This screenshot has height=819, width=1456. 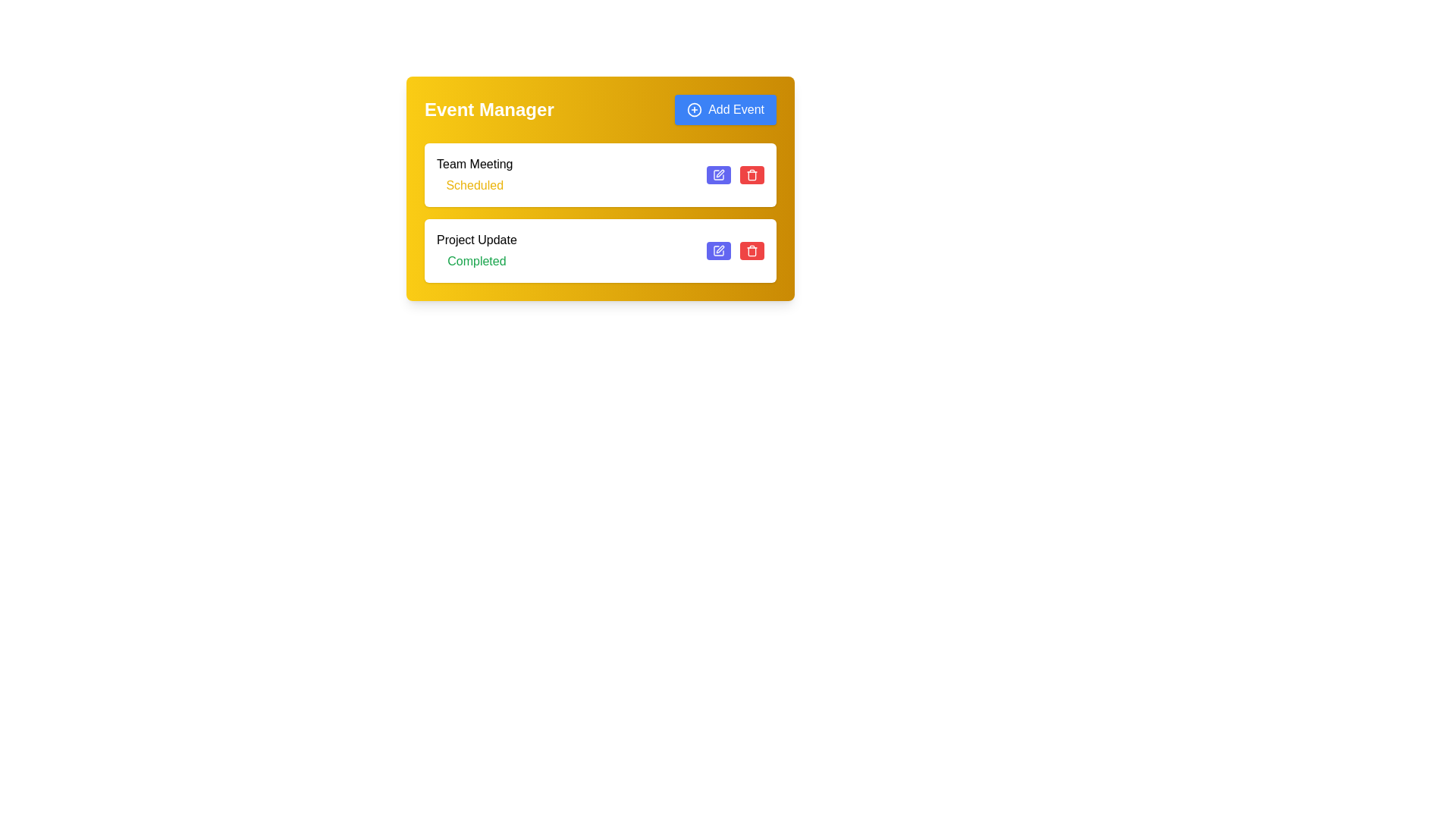 I want to click on circular icon within the 'Add Event' button located in the top-right corner of the interface using developer tools, so click(x=694, y=109).